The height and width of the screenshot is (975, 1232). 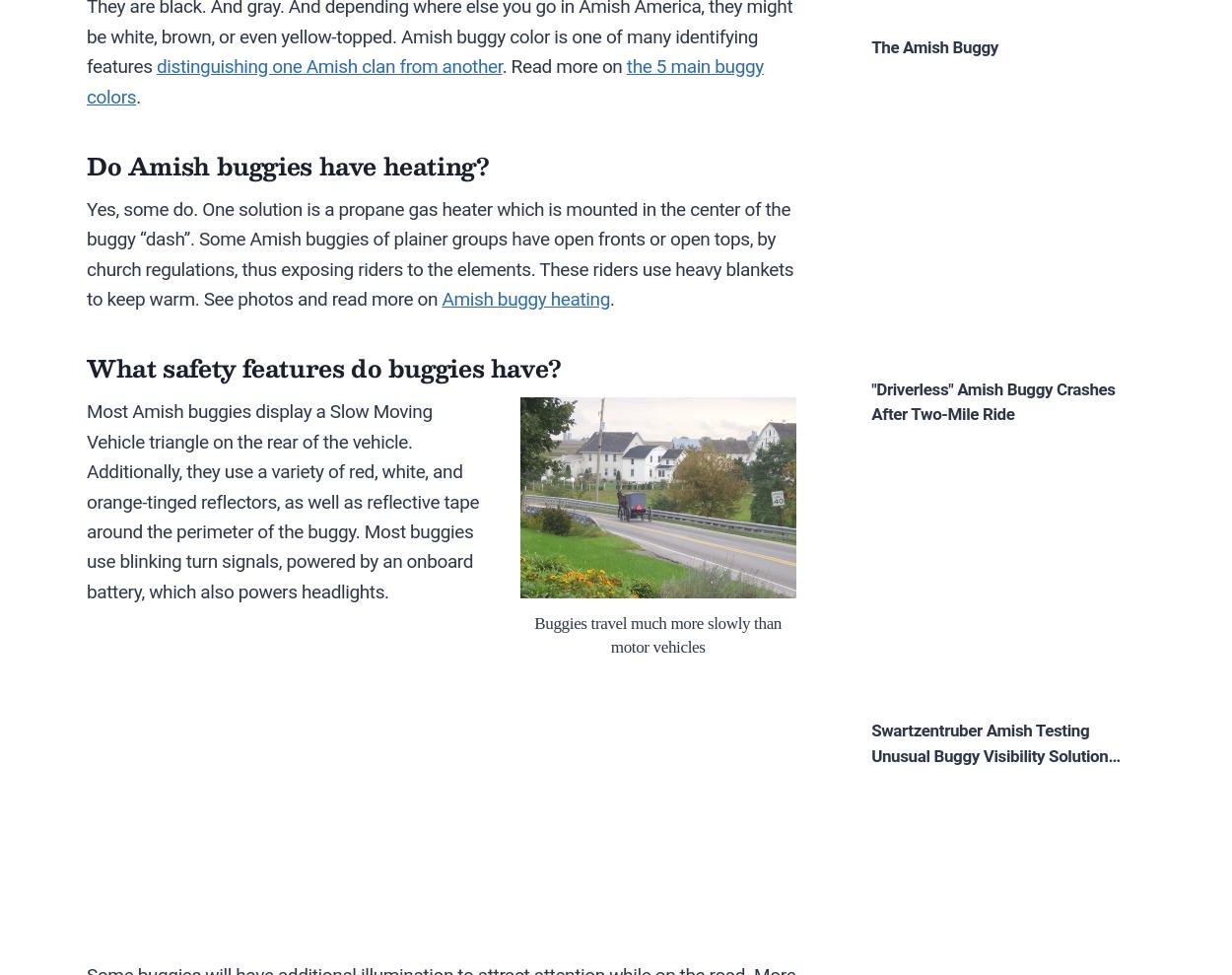 What do you see at coordinates (425, 81) in the screenshot?
I see `'the 5 main buggy colors'` at bounding box center [425, 81].